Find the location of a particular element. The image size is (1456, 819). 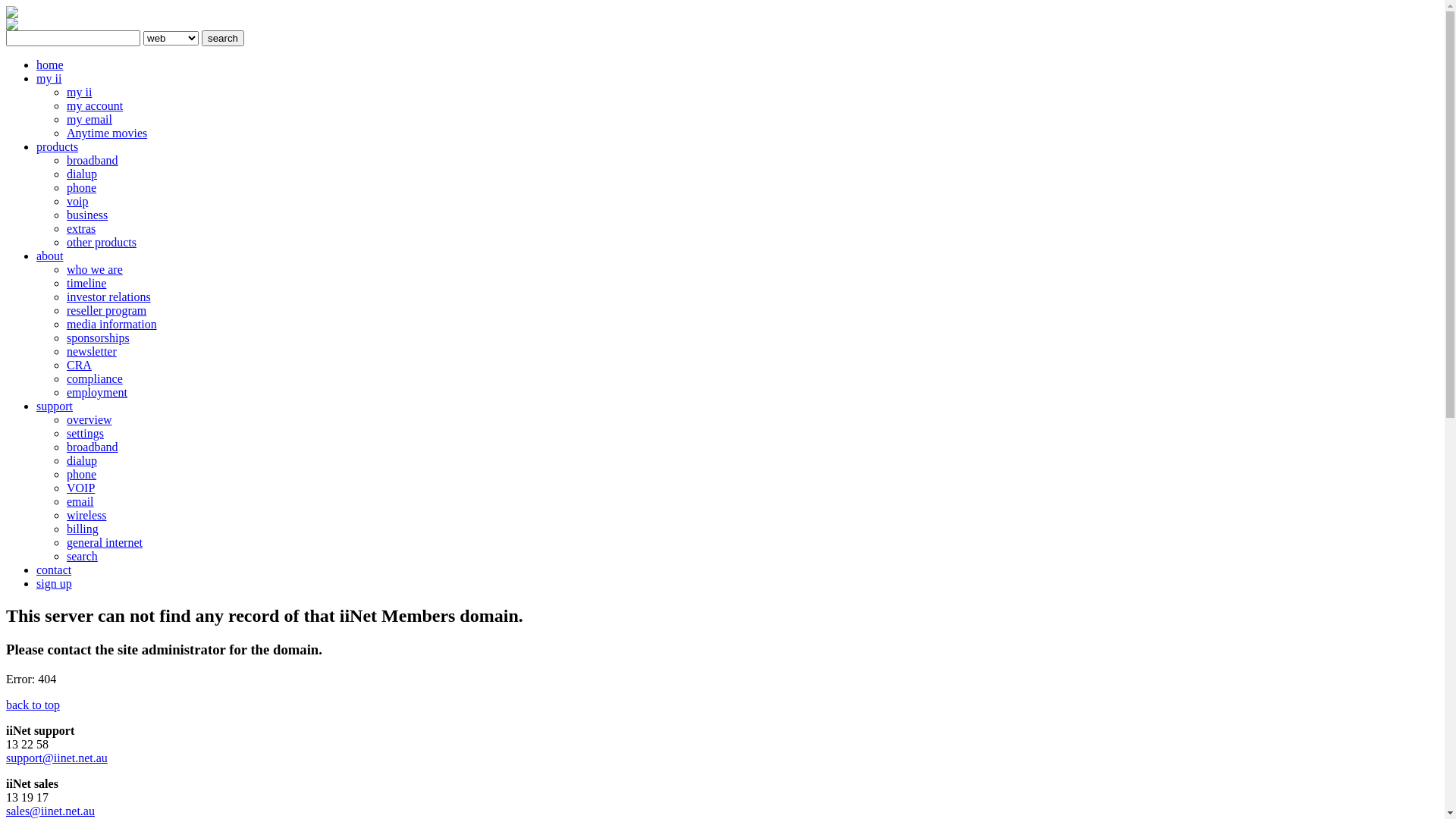

'reseller program' is located at coordinates (105, 309).